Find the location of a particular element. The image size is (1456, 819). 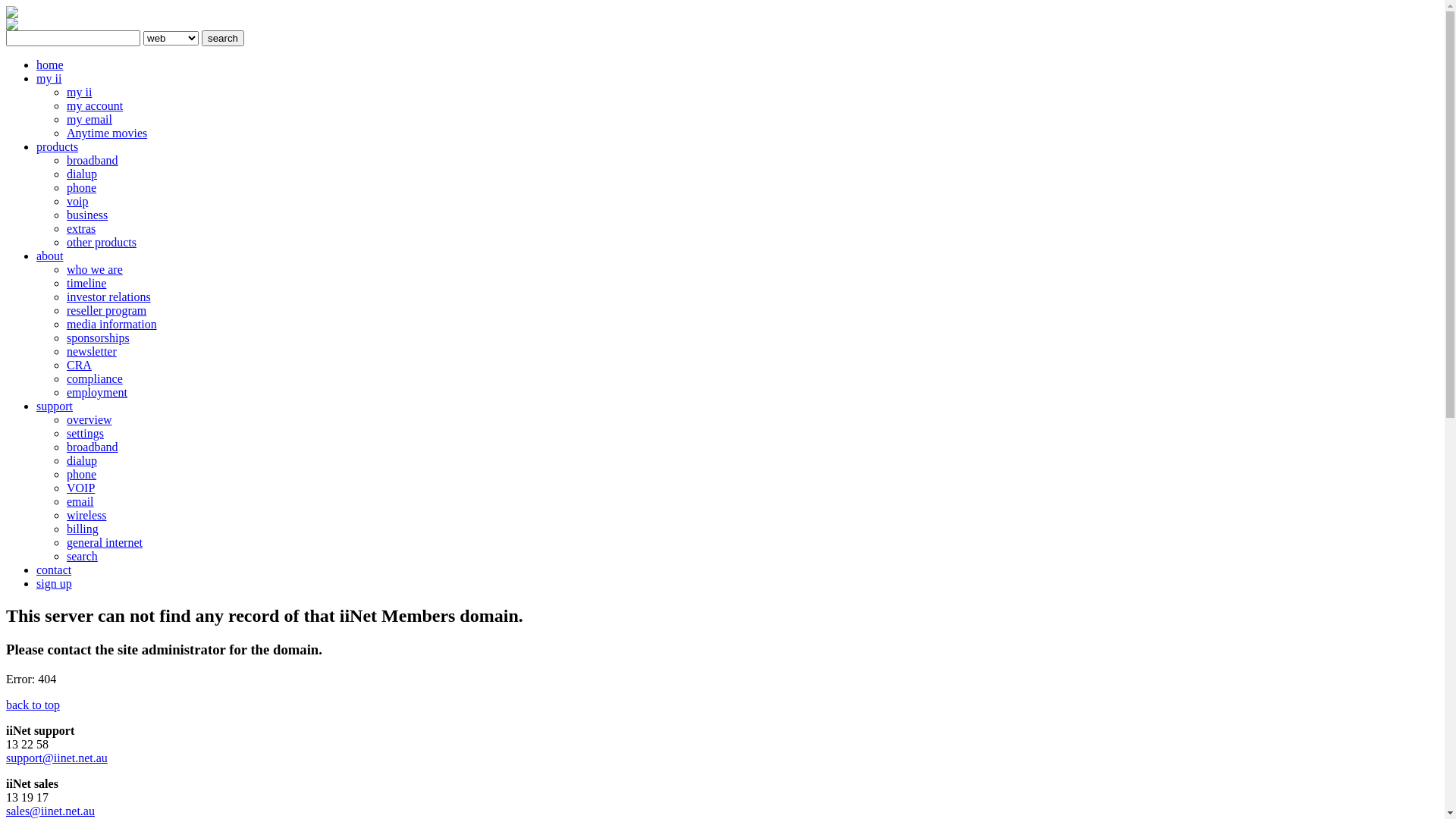

'reseller program' is located at coordinates (105, 309).